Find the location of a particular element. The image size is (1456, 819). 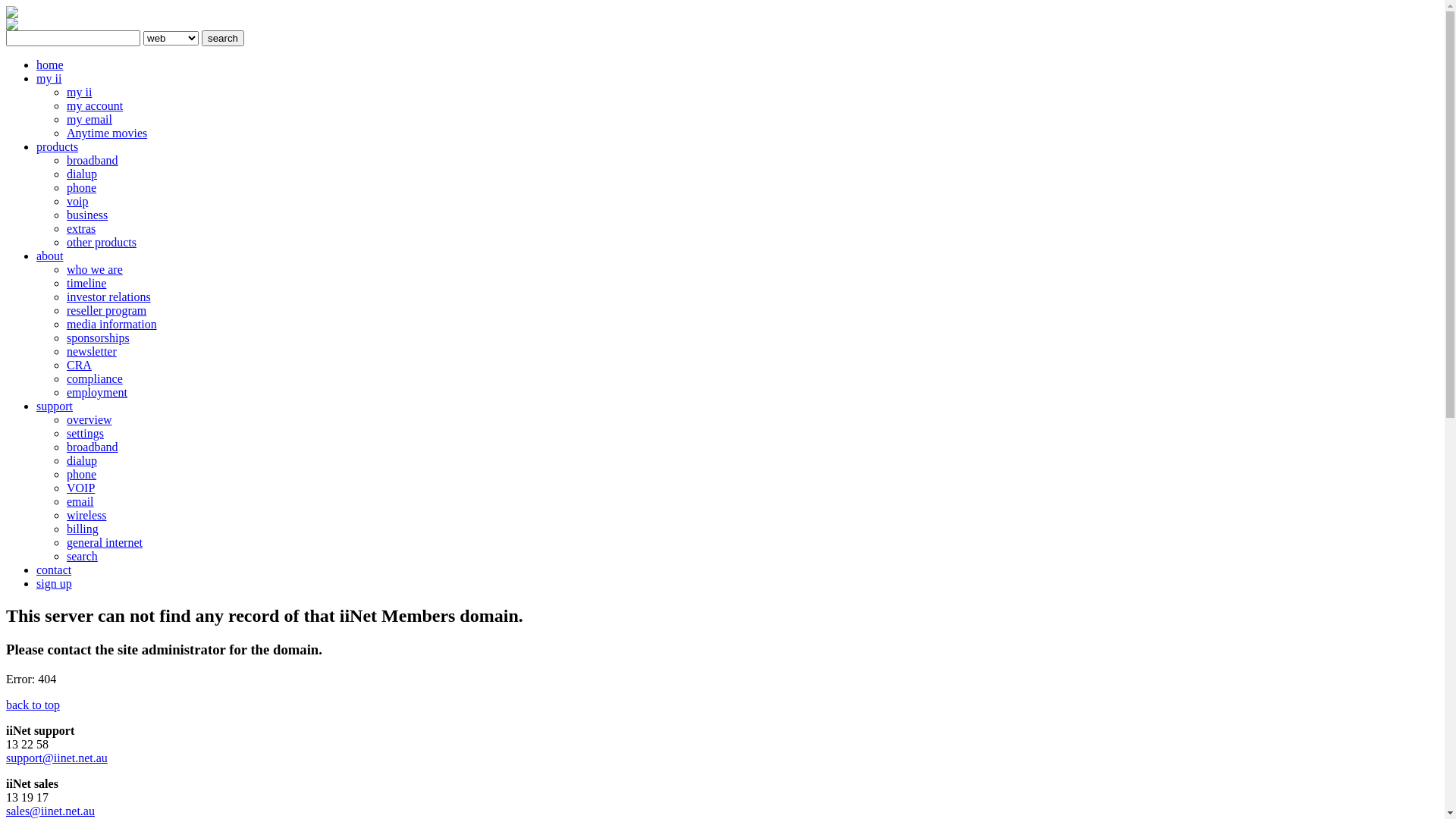

'reseller program' is located at coordinates (105, 309).